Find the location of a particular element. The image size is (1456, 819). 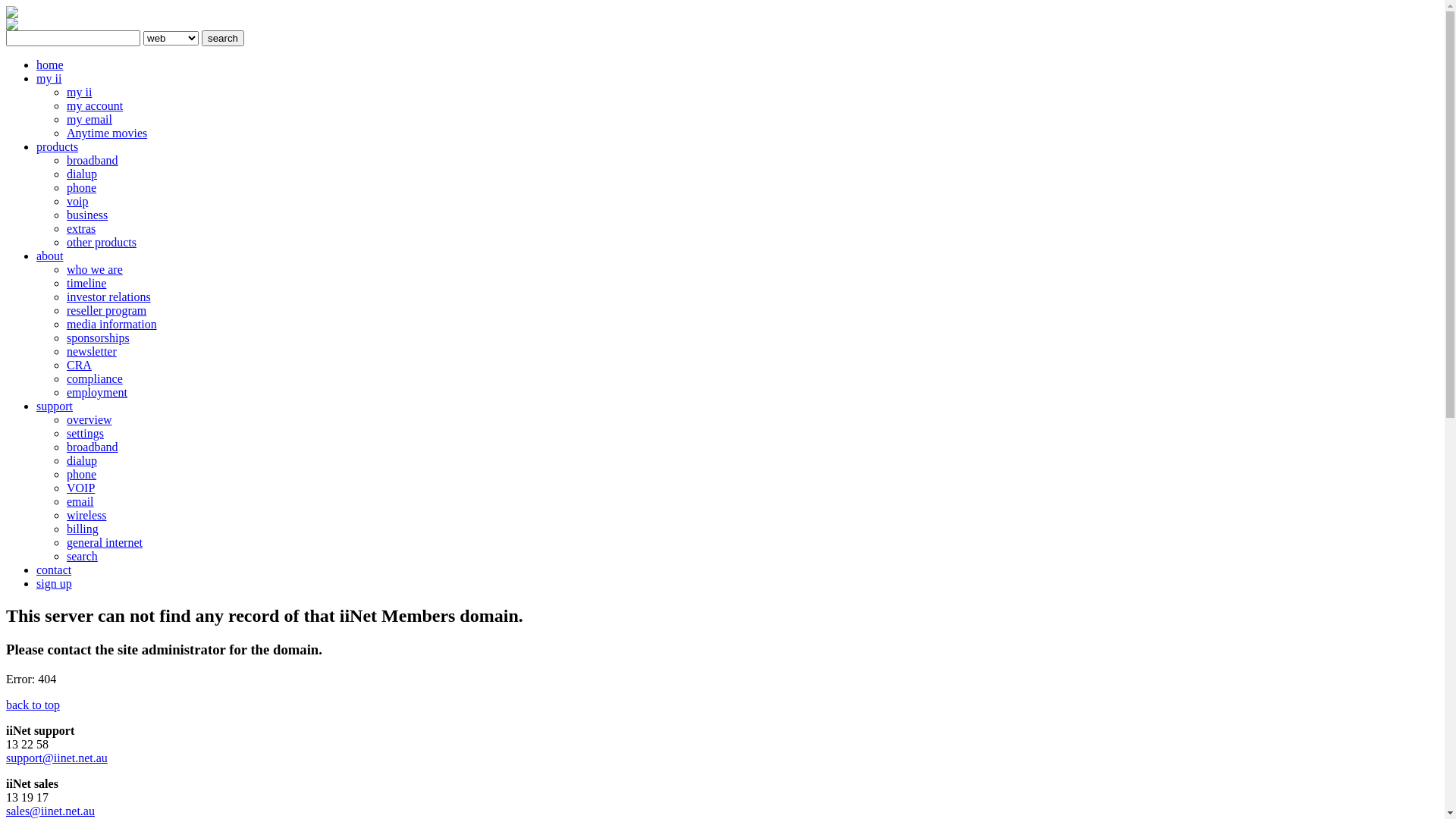

'reseller program' is located at coordinates (105, 309).